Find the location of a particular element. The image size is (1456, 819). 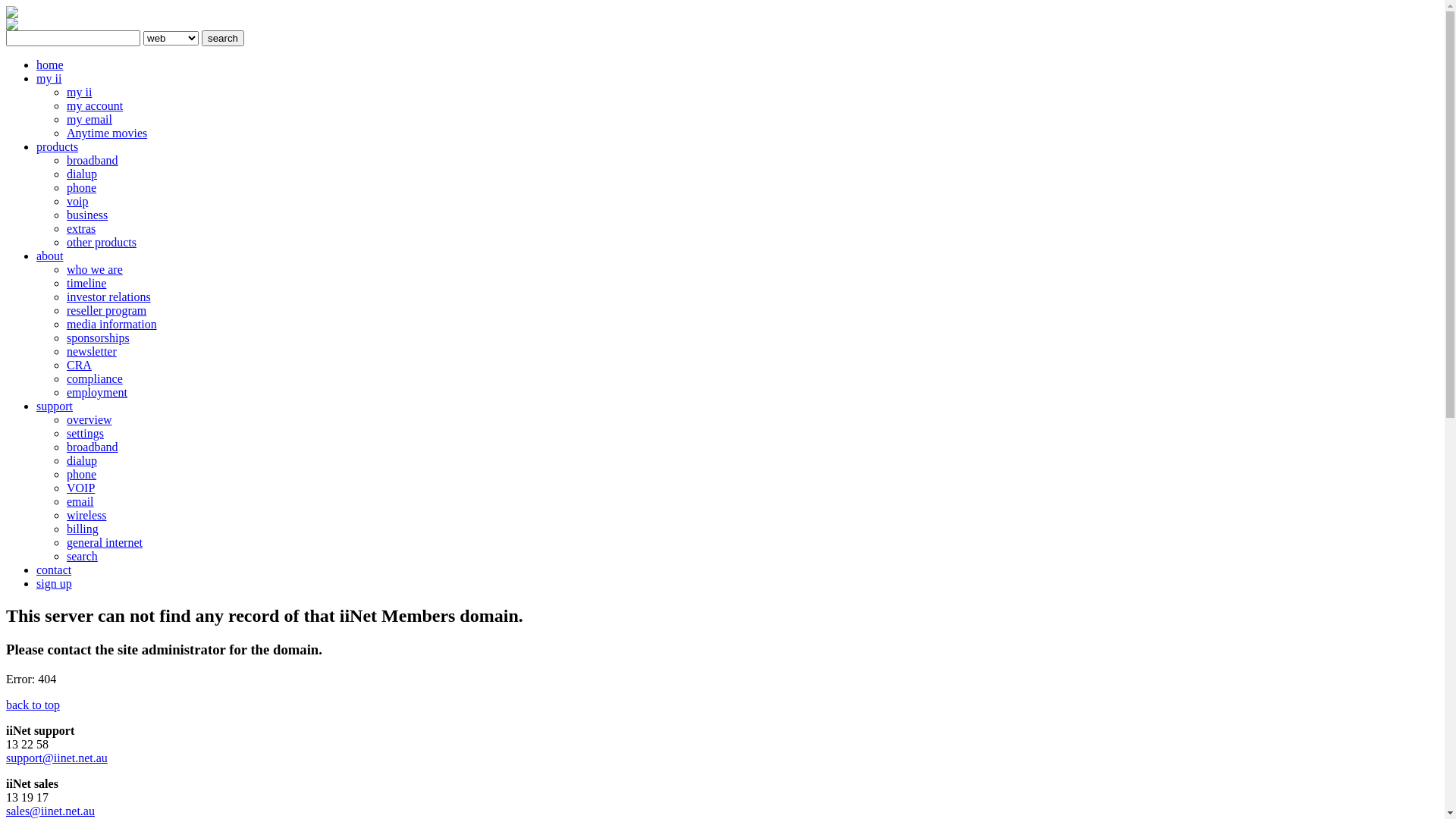

'reseller program' is located at coordinates (105, 309).